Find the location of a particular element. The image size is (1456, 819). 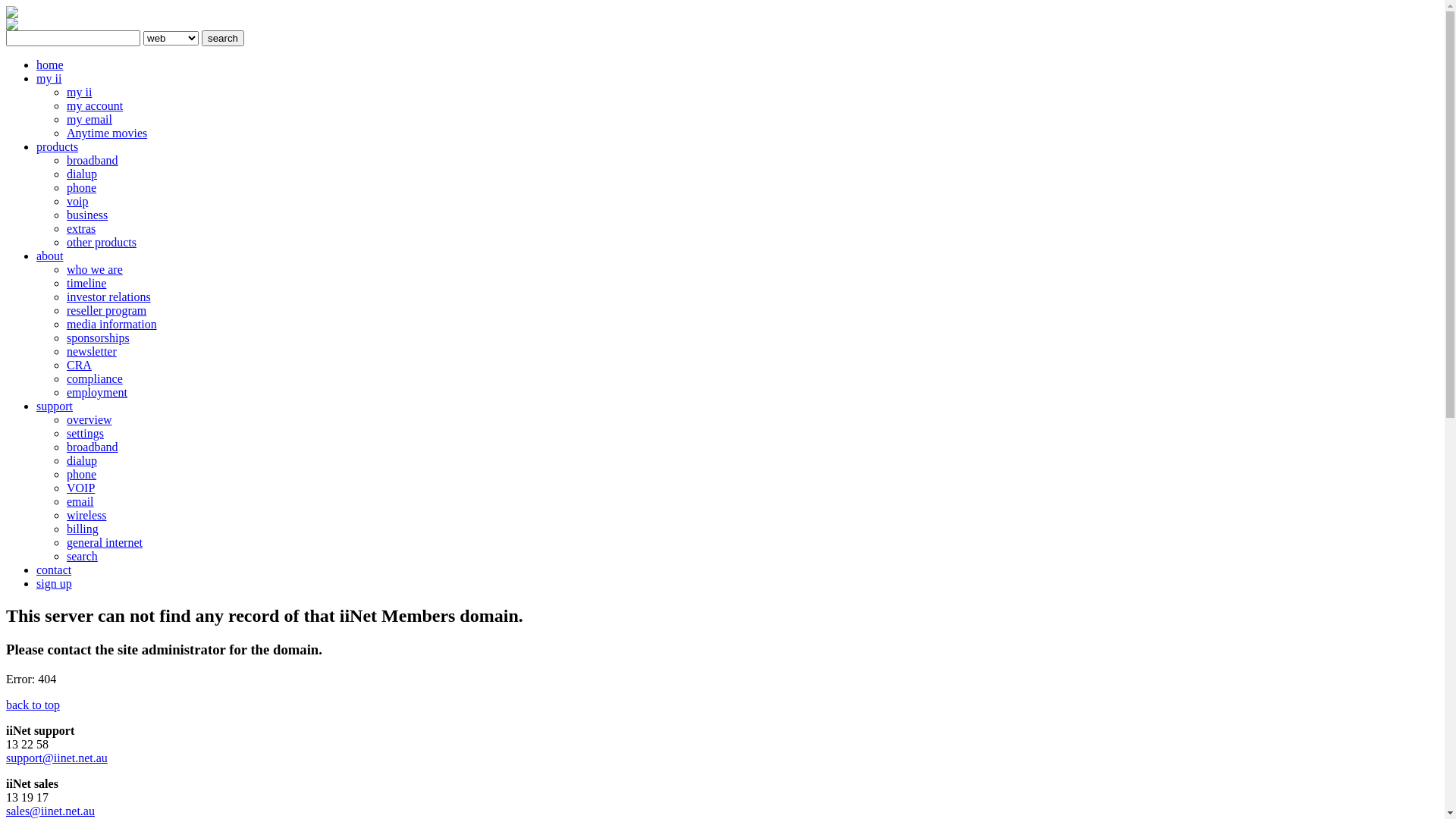

'reseller program' is located at coordinates (105, 309).